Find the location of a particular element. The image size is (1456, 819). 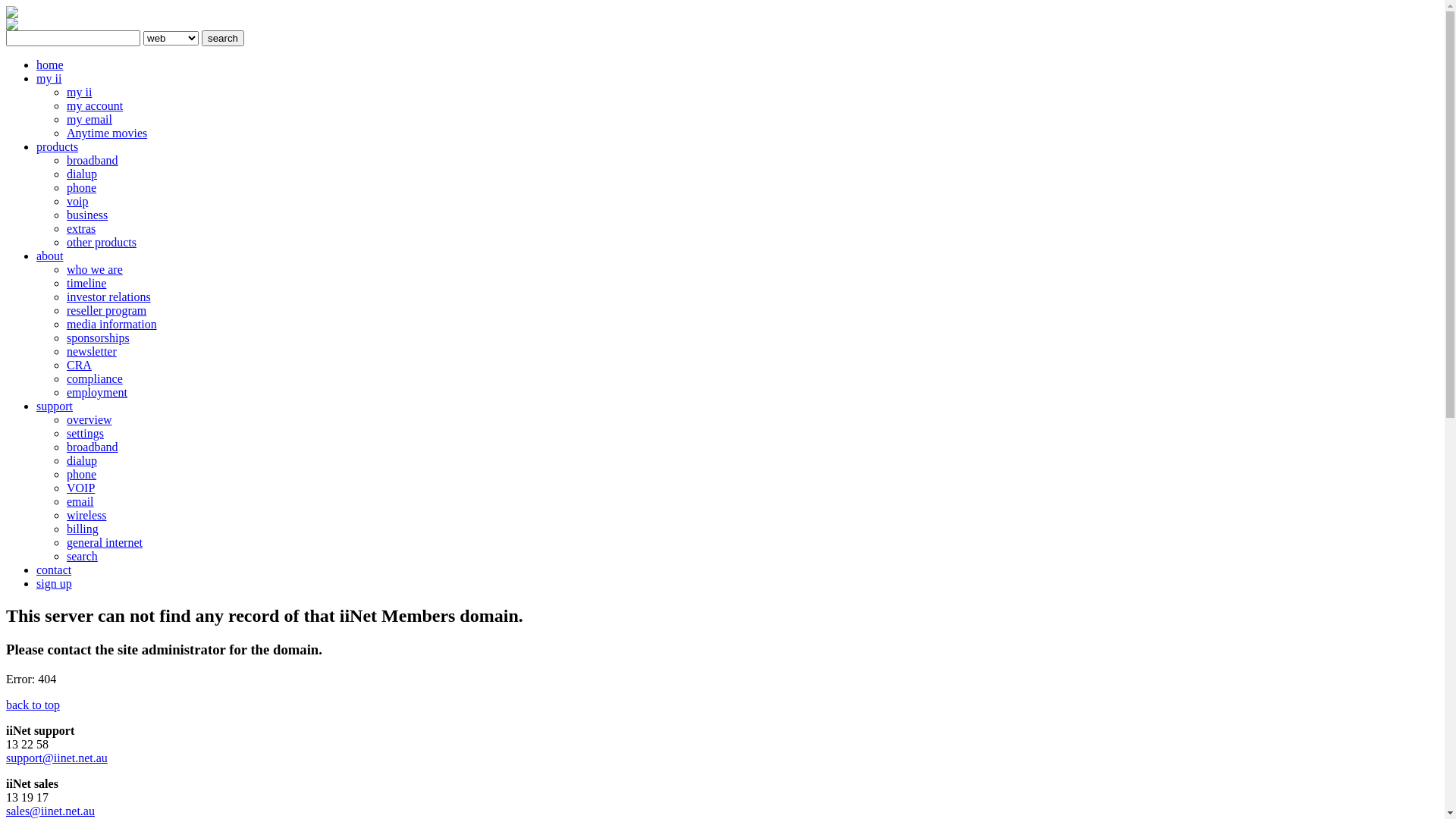

'reseller program' is located at coordinates (105, 309).